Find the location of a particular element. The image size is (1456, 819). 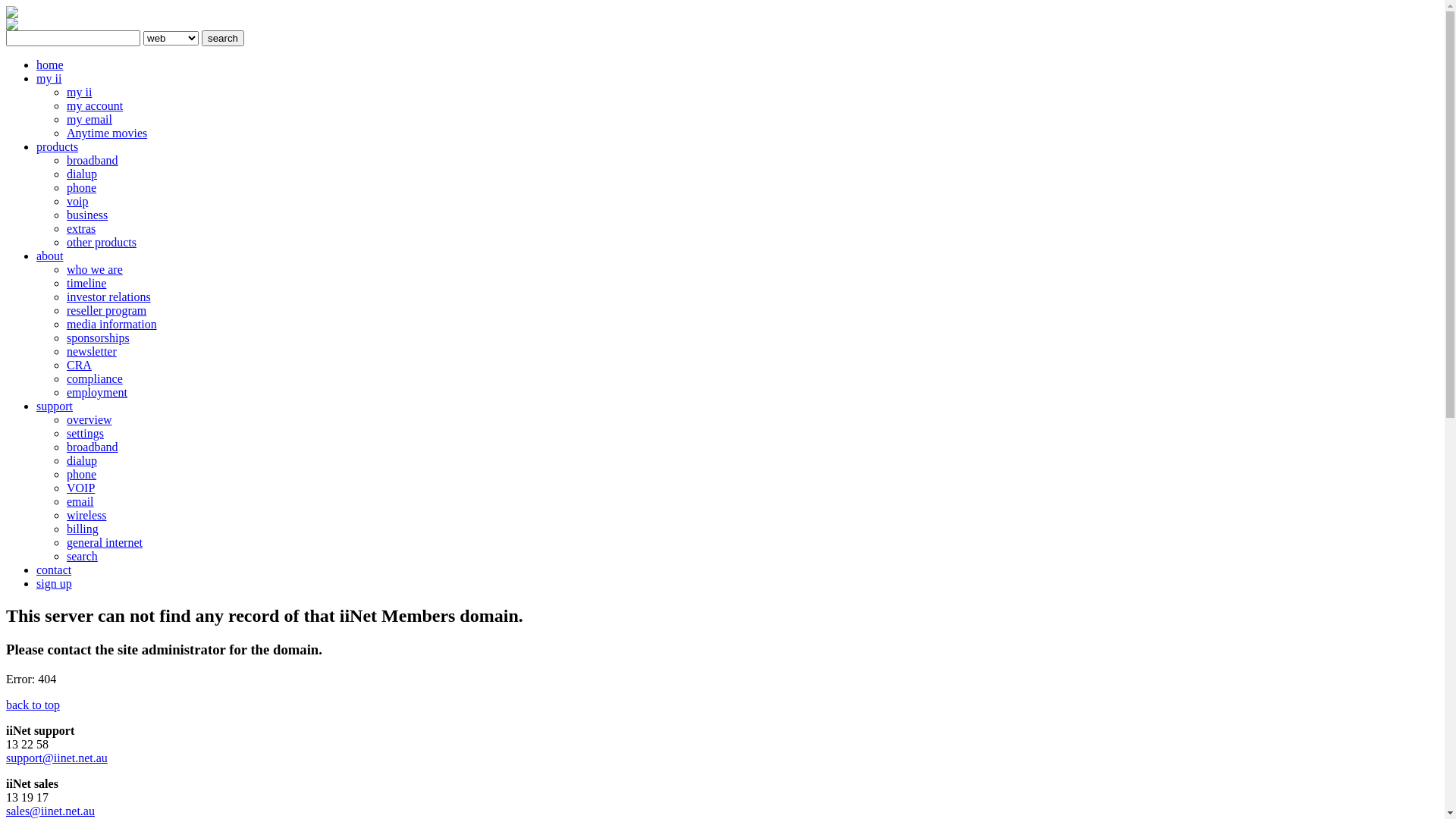

'reseller program' is located at coordinates (105, 309).